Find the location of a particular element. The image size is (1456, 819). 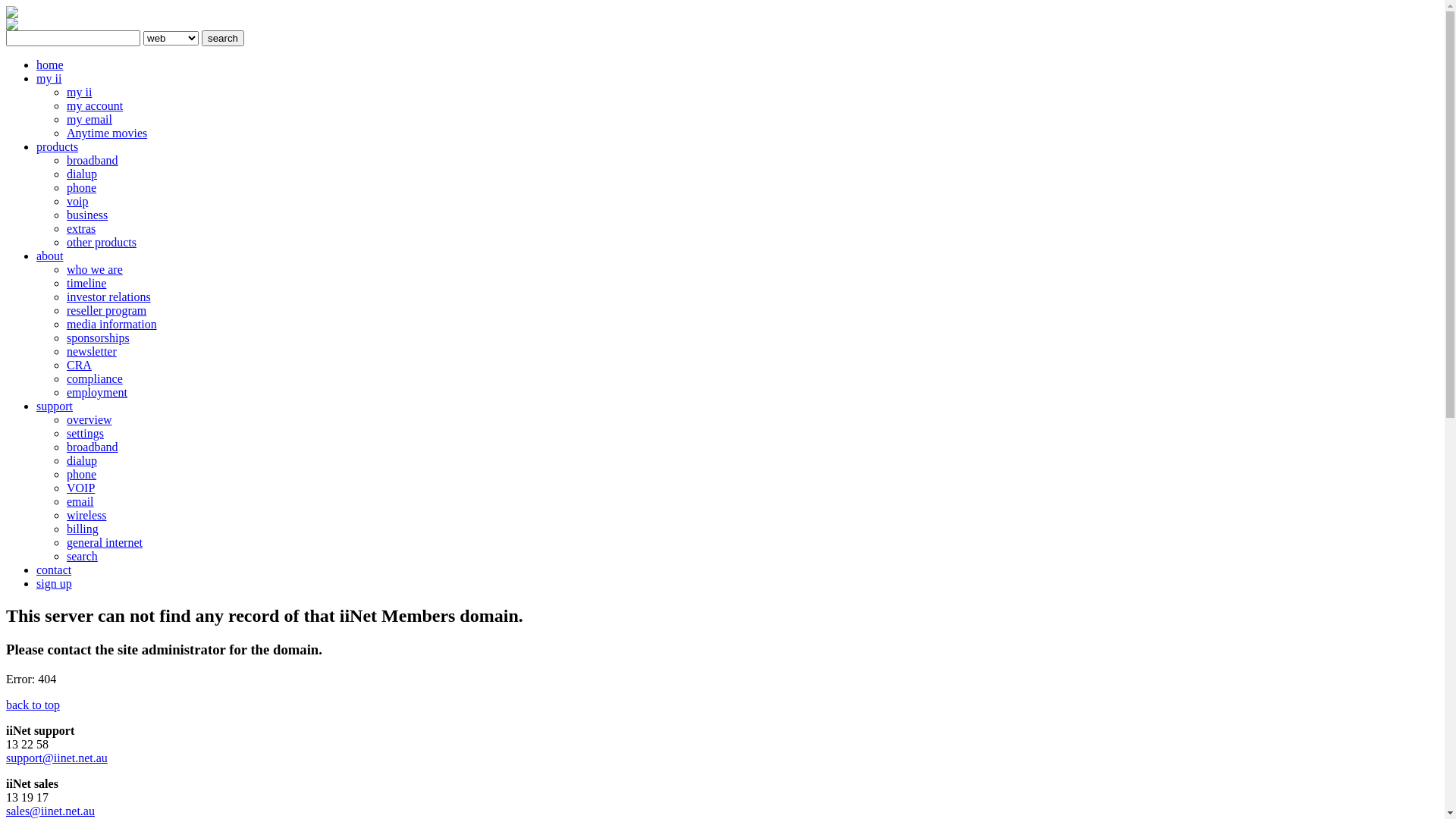

'reseller program' is located at coordinates (105, 309).